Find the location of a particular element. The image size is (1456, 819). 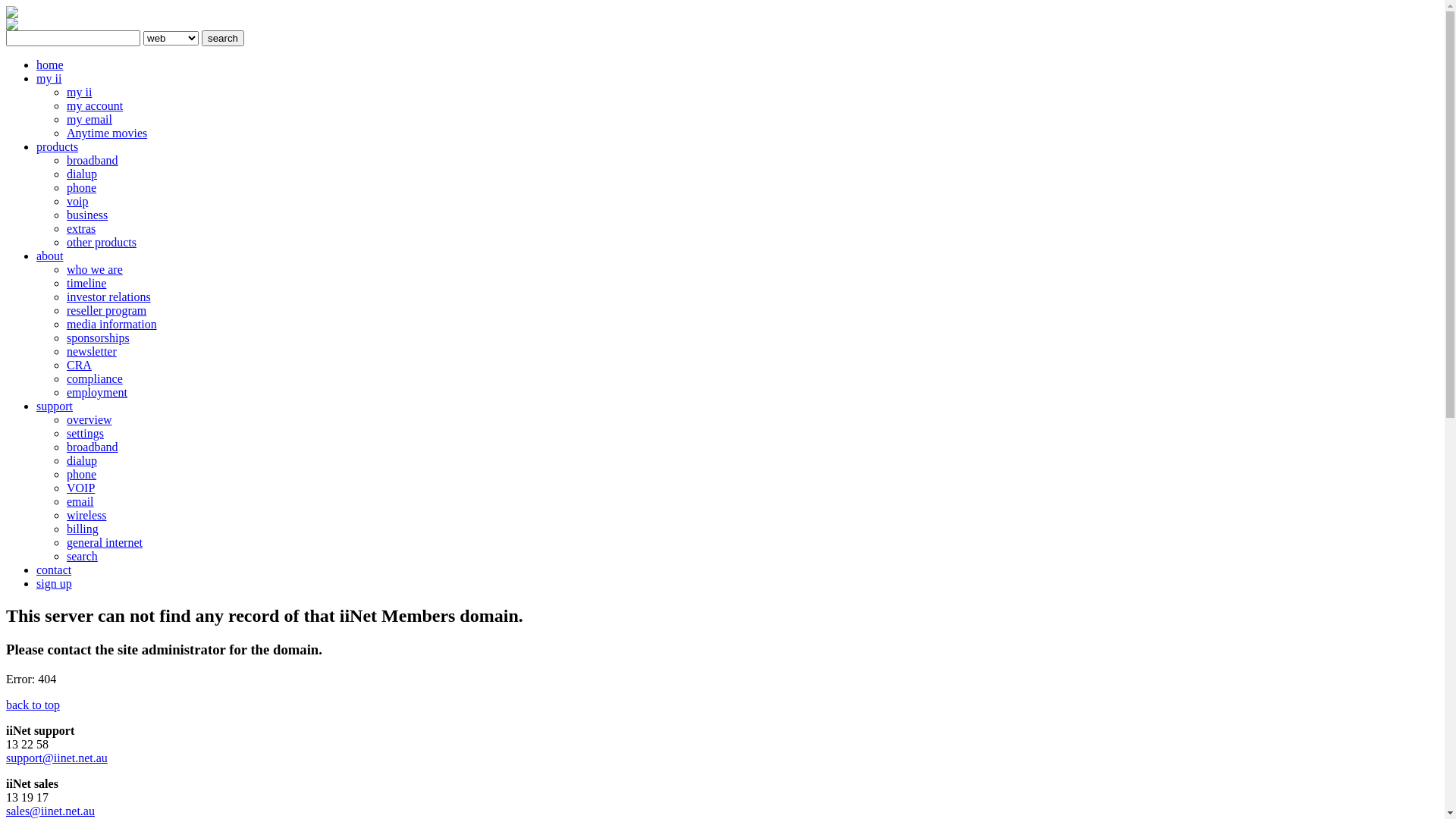

'reseller program' is located at coordinates (105, 309).